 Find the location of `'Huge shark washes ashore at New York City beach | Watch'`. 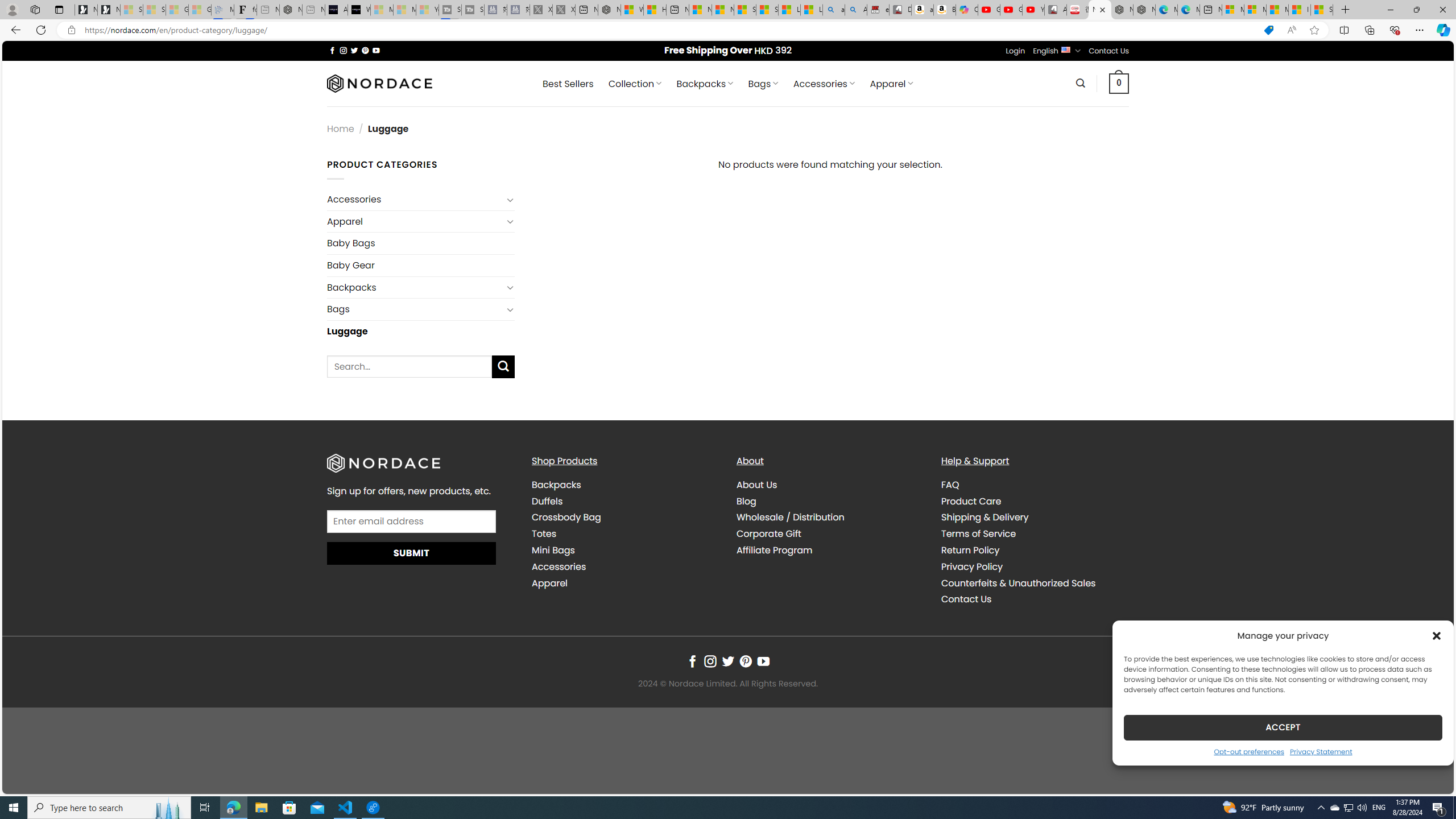

'Huge shark washes ashore at New York City beach | Watch' is located at coordinates (655, 9).